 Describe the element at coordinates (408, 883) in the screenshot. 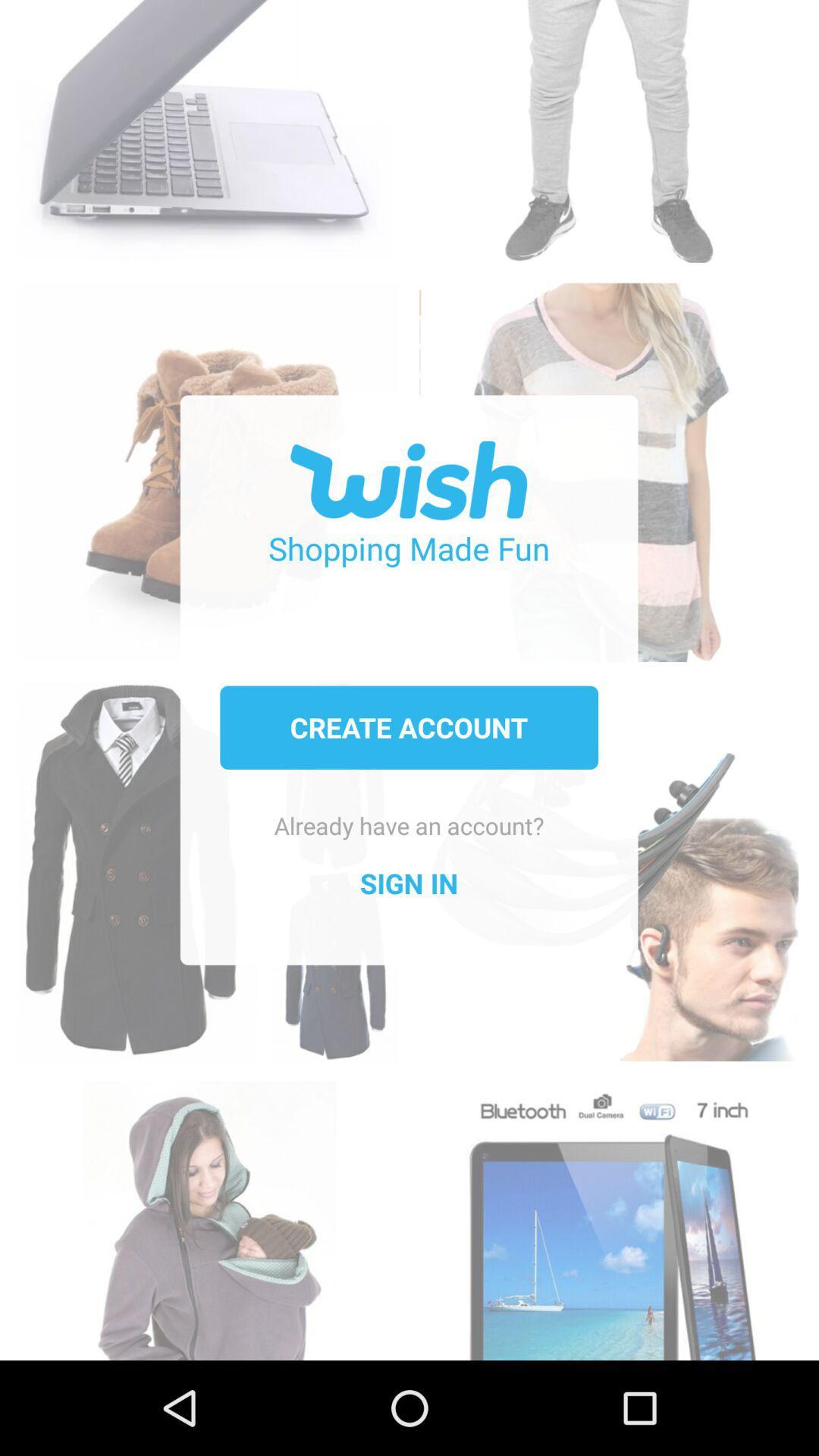

I see `sign in item` at that location.